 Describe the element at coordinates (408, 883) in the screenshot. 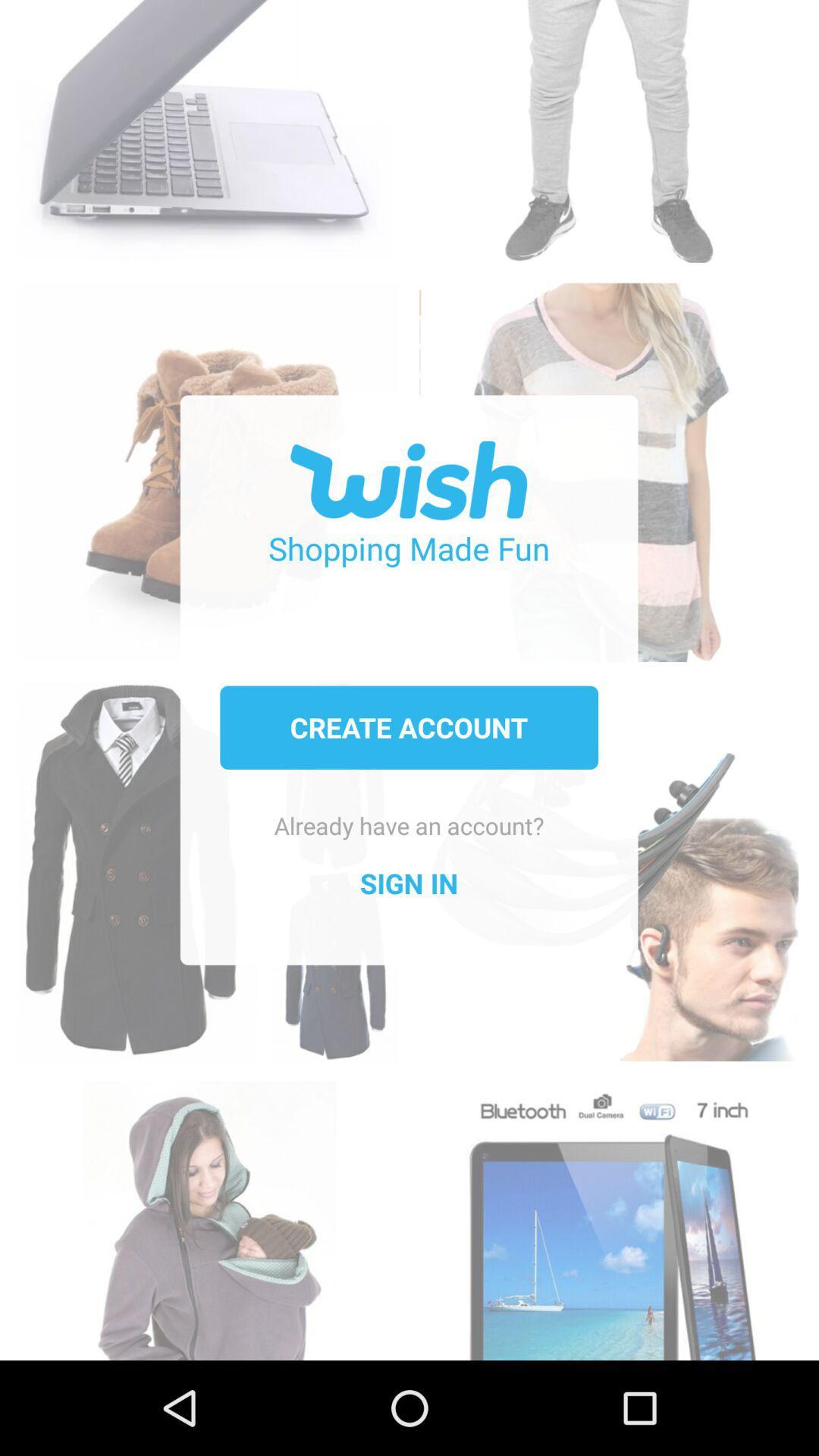

I see `sign in item` at that location.